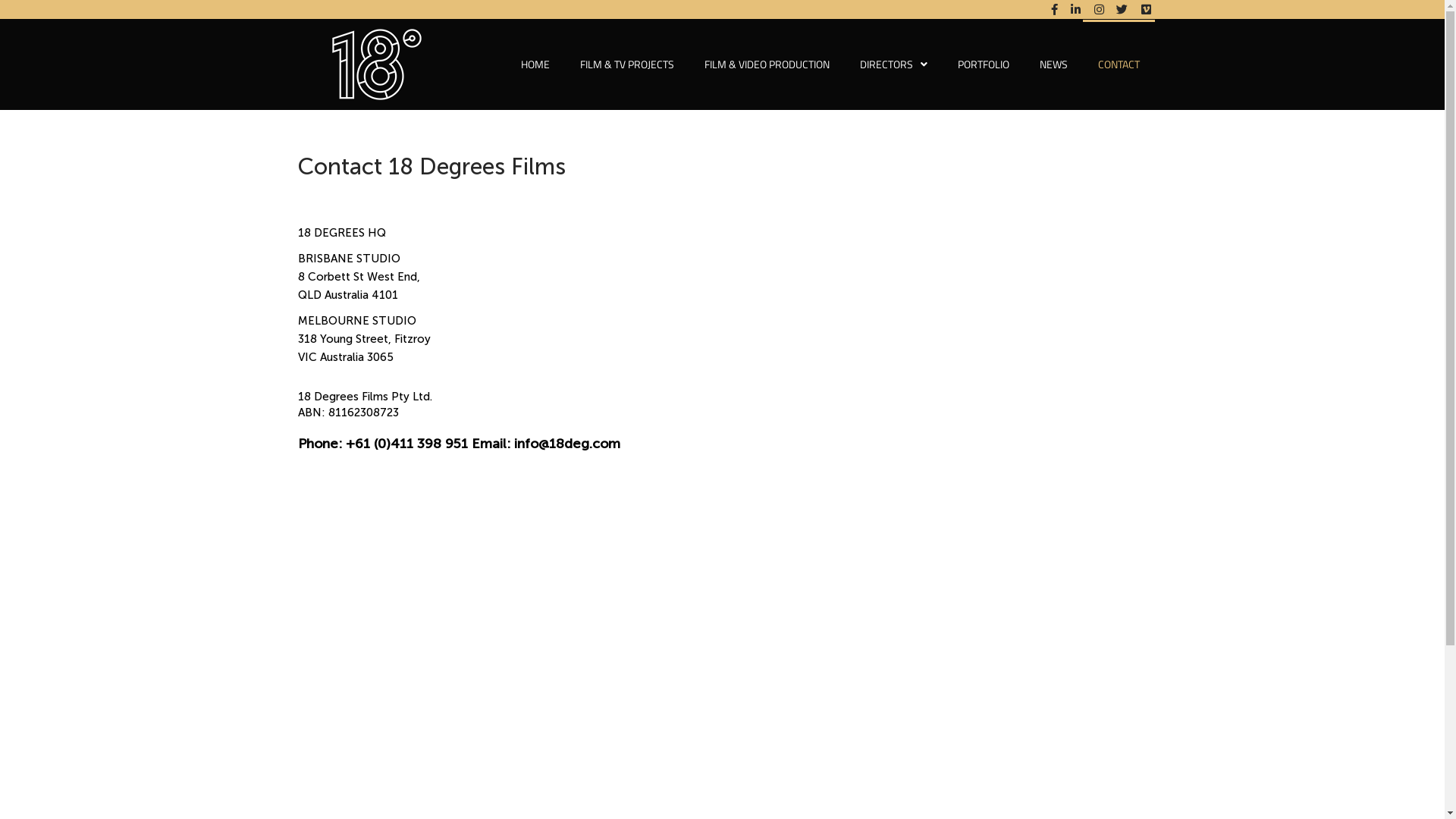 This screenshot has height=819, width=1456. What do you see at coordinates (1082, 63) in the screenshot?
I see `'CONTACT'` at bounding box center [1082, 63].